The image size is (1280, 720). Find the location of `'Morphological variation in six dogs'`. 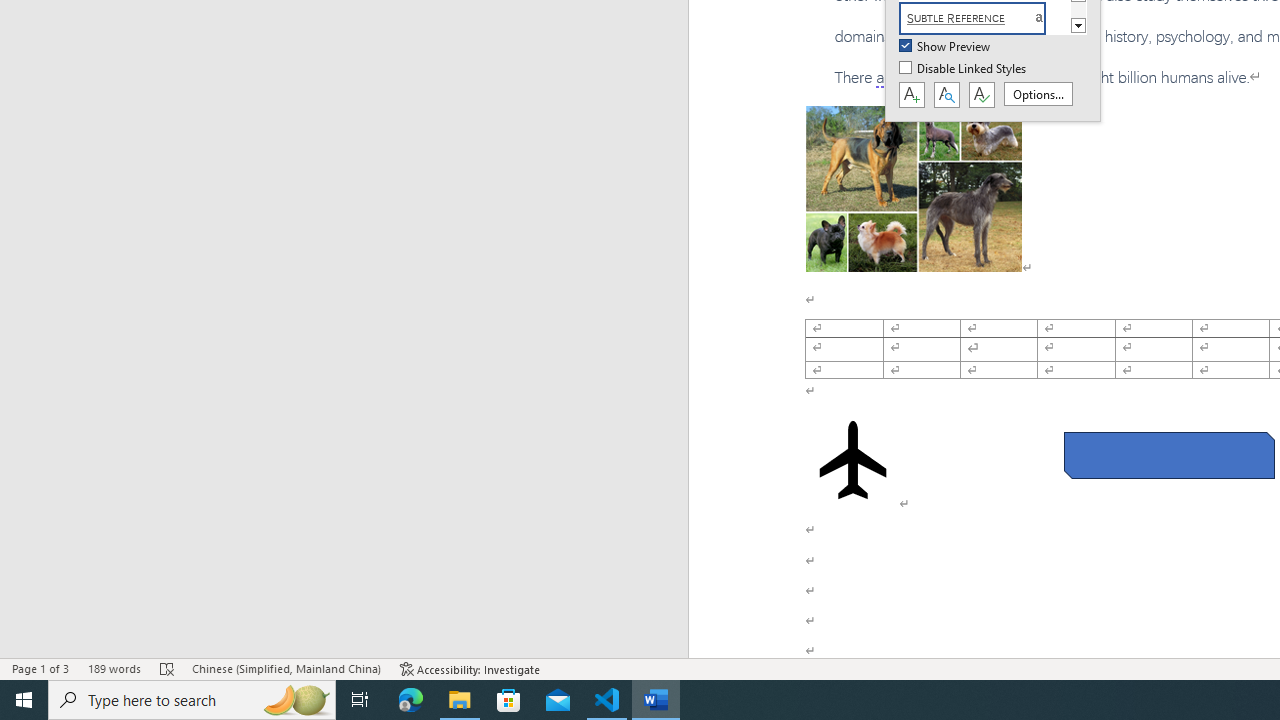

'Morphological variation in six dogs' is located at coordinates (912, 189).